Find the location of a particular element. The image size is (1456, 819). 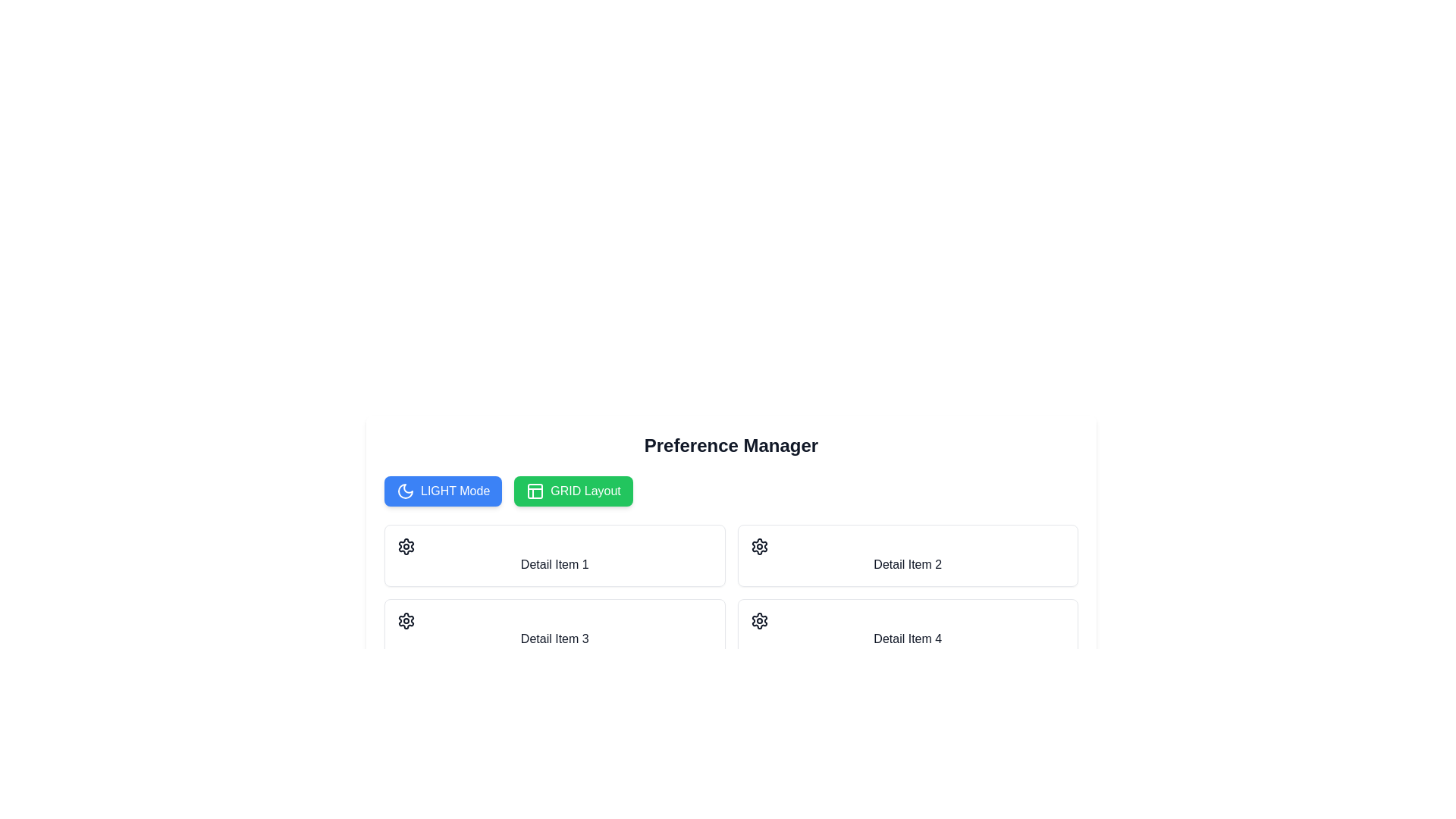

the moon or dark mode icon located in the top-left portion of the interface, adjacent to the 'LIGHT Mode' button is located at coordinates (405, 491).